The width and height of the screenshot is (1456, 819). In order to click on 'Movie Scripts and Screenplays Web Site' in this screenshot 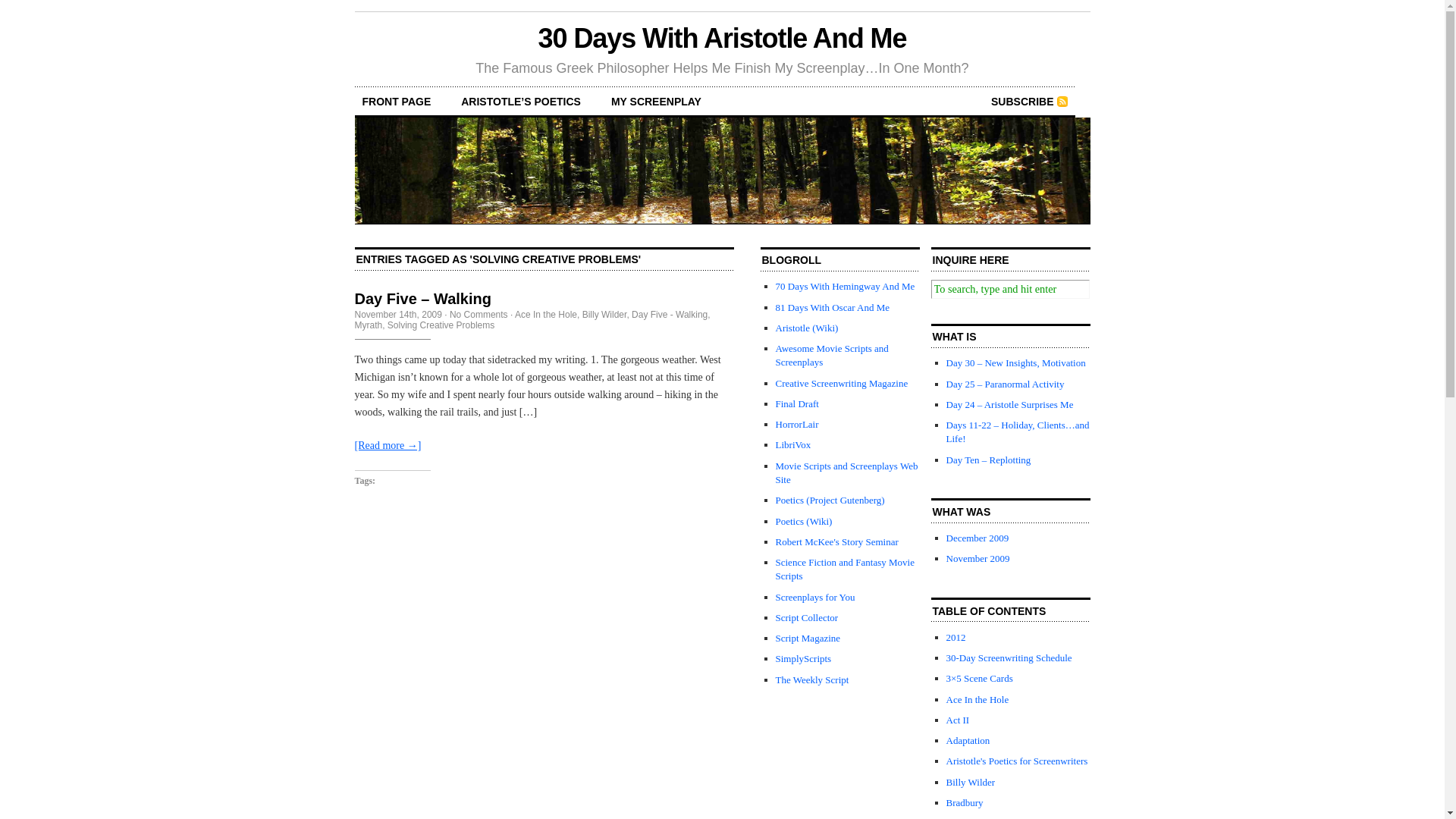, I will do `click(846, 472)`.